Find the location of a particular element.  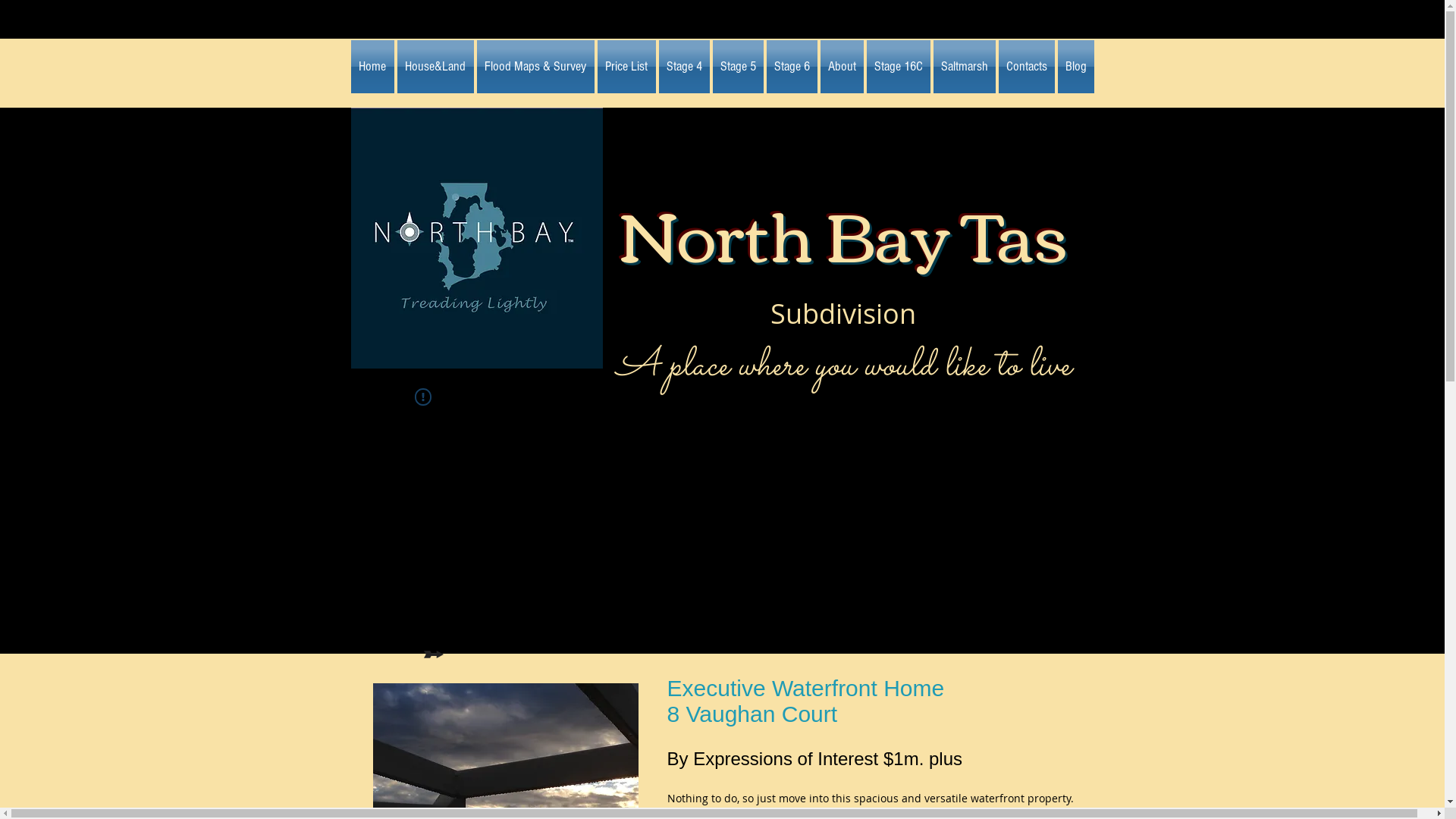

'Flood Maps & Survey' is located at coordinates (535, 66).